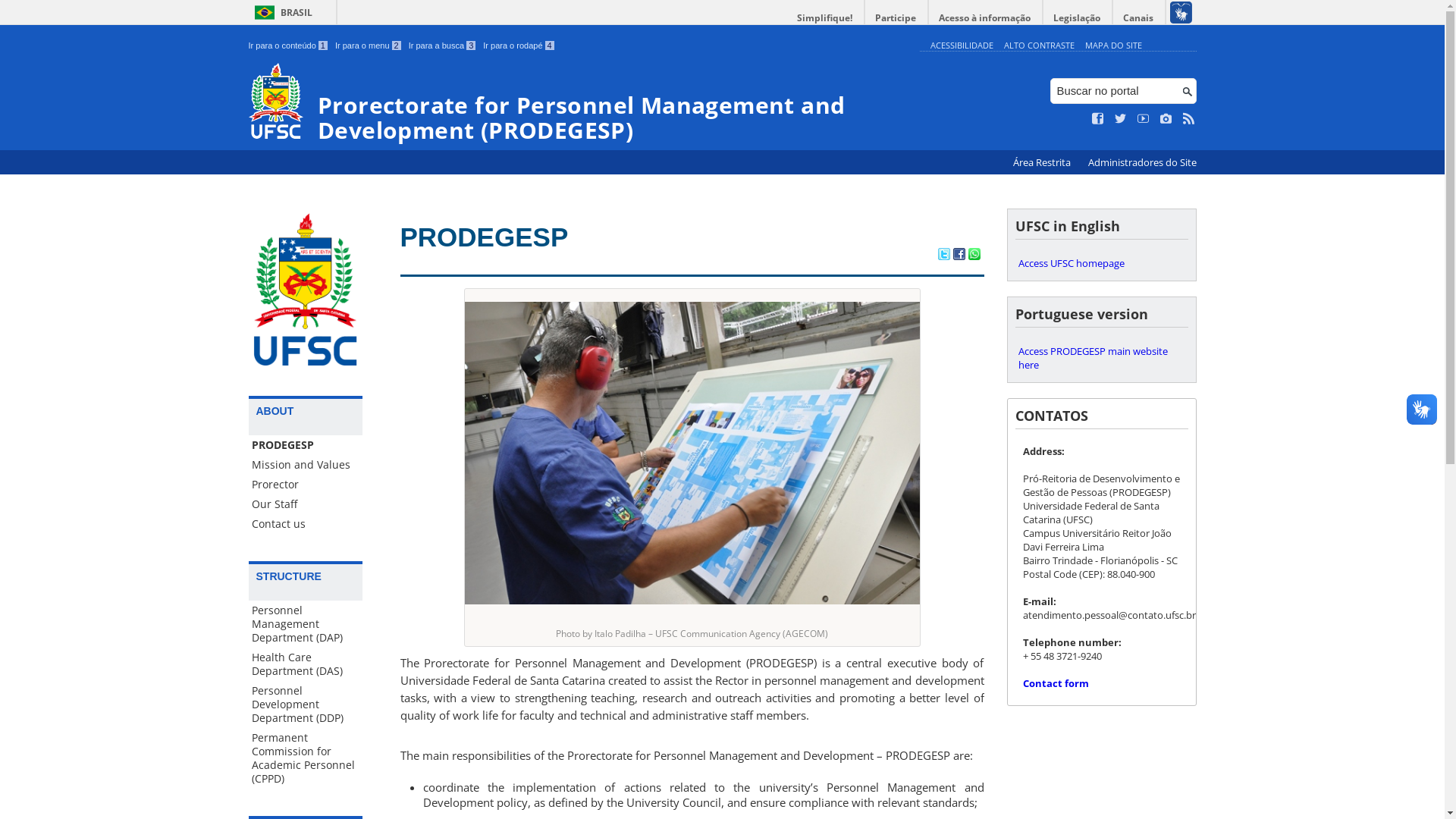 The width and height of the screenshot is (1456, 819). What do you see at coordinates (1139, 17) in the screenshot?
I see `'Canais'` at bounding box center [1139, 17].